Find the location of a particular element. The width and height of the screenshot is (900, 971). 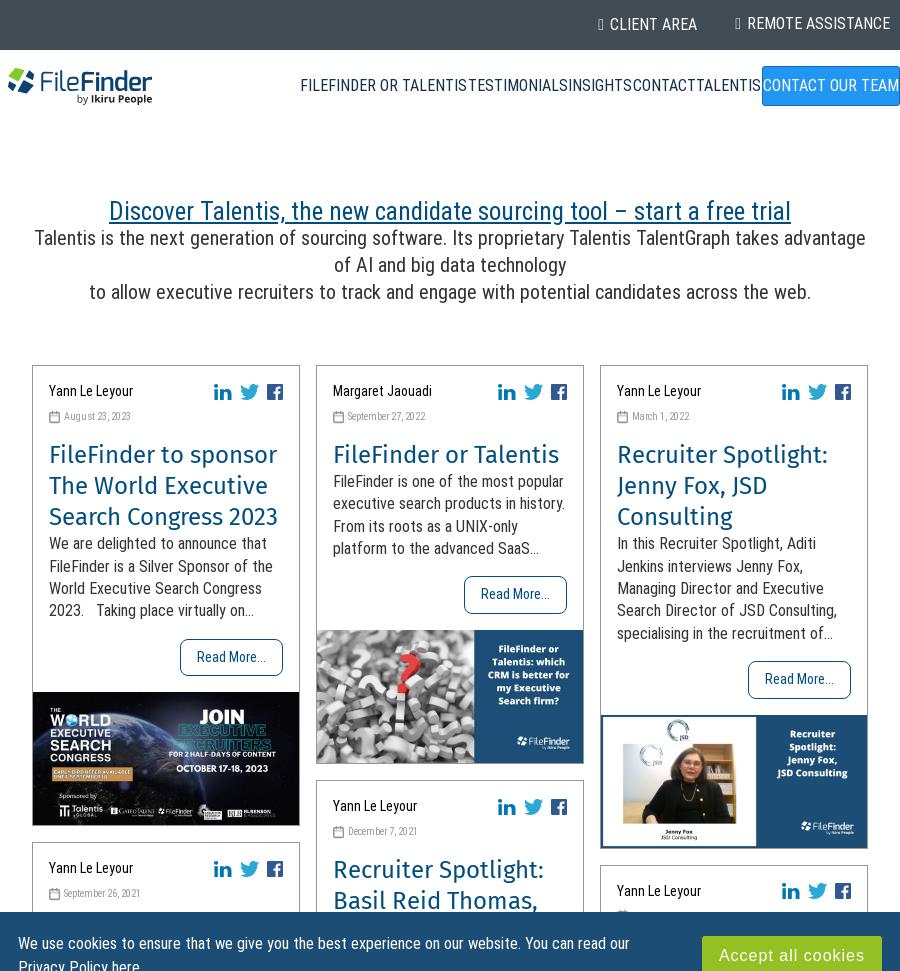

'Client area' is located at coordinates (653, 24).